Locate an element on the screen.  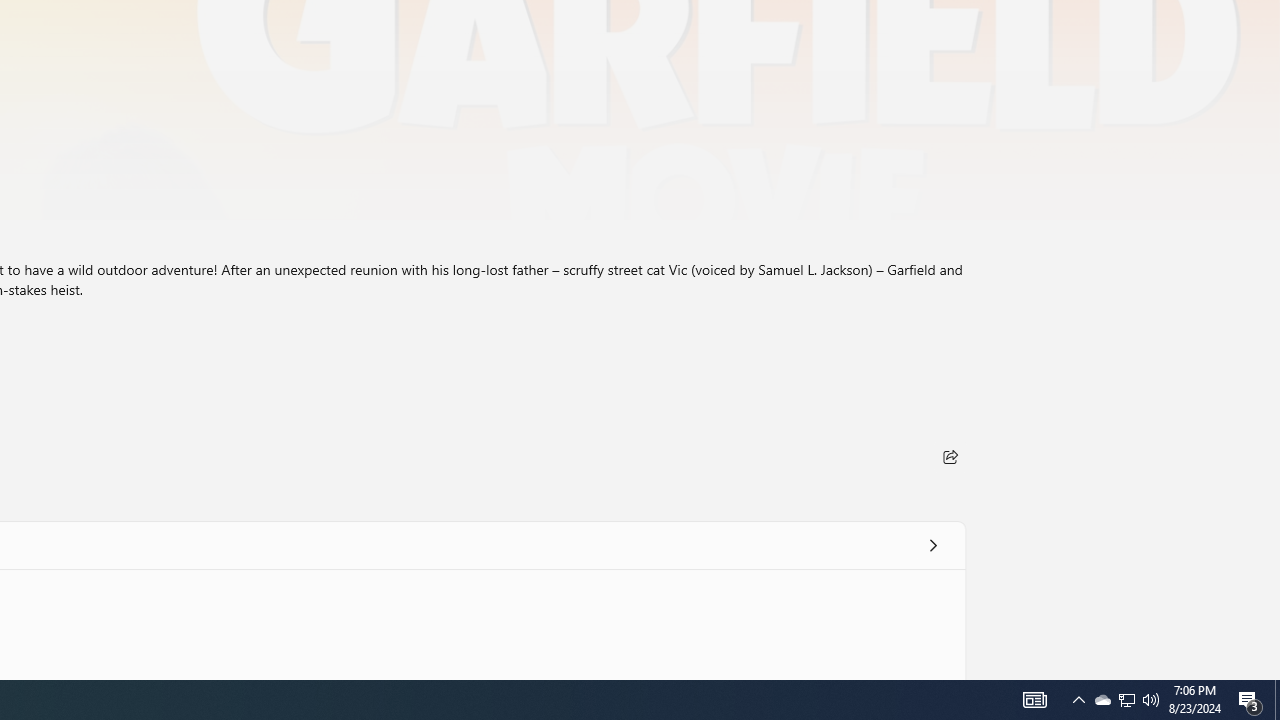
'See all' is located at coordinates (931, 545).